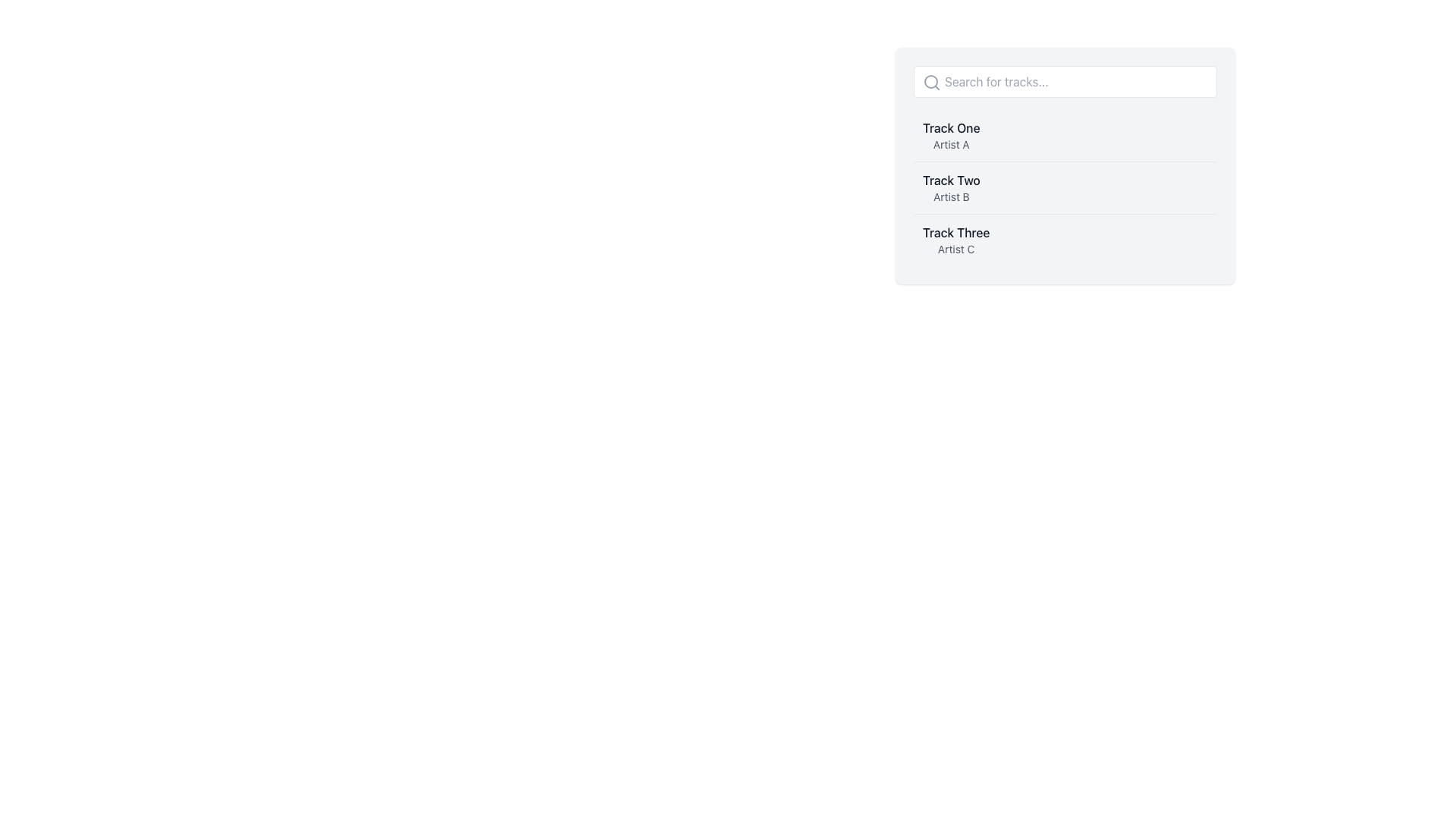 This screenshot has width=1456, height=819. What do you see at coordinates (950, 127) in the screenshot?
I see `the text label displaying 'Track One' by 'Artist A'` at bounding box center [950, 127].